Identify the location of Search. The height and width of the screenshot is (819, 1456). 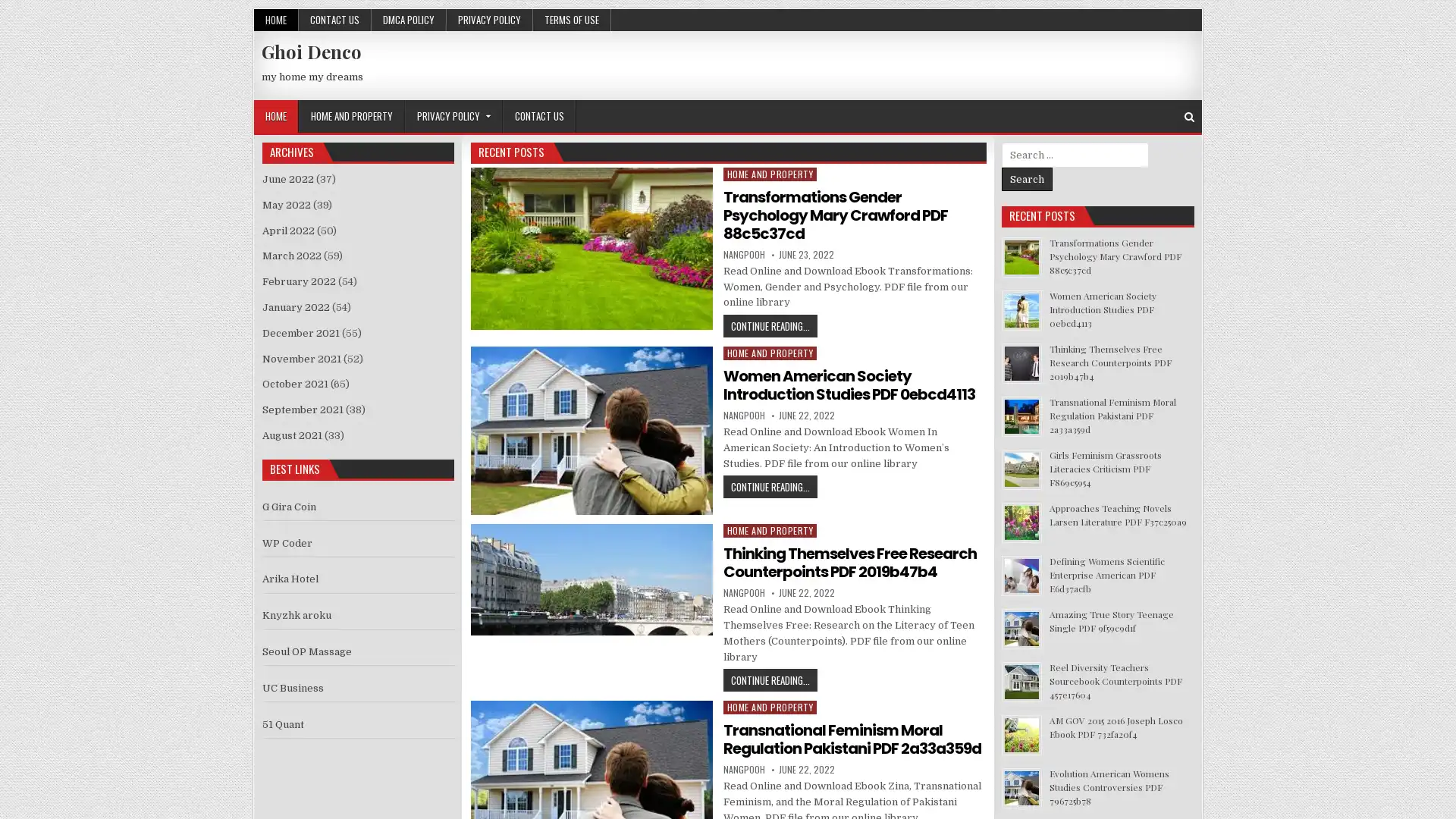
(1027, 178).